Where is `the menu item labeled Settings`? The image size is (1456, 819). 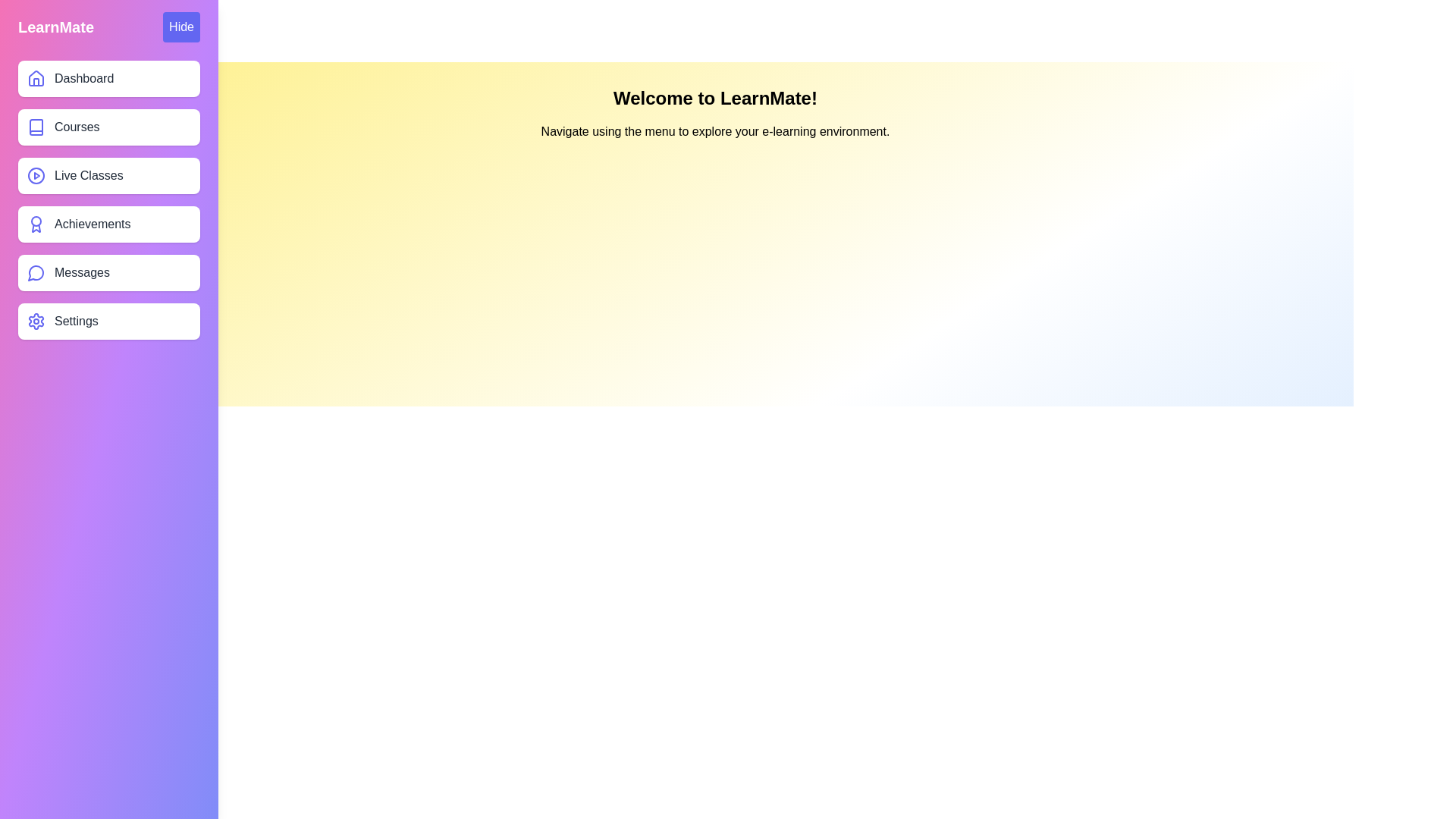
the menu item labeled Settings is located at coordinates (108, 321).